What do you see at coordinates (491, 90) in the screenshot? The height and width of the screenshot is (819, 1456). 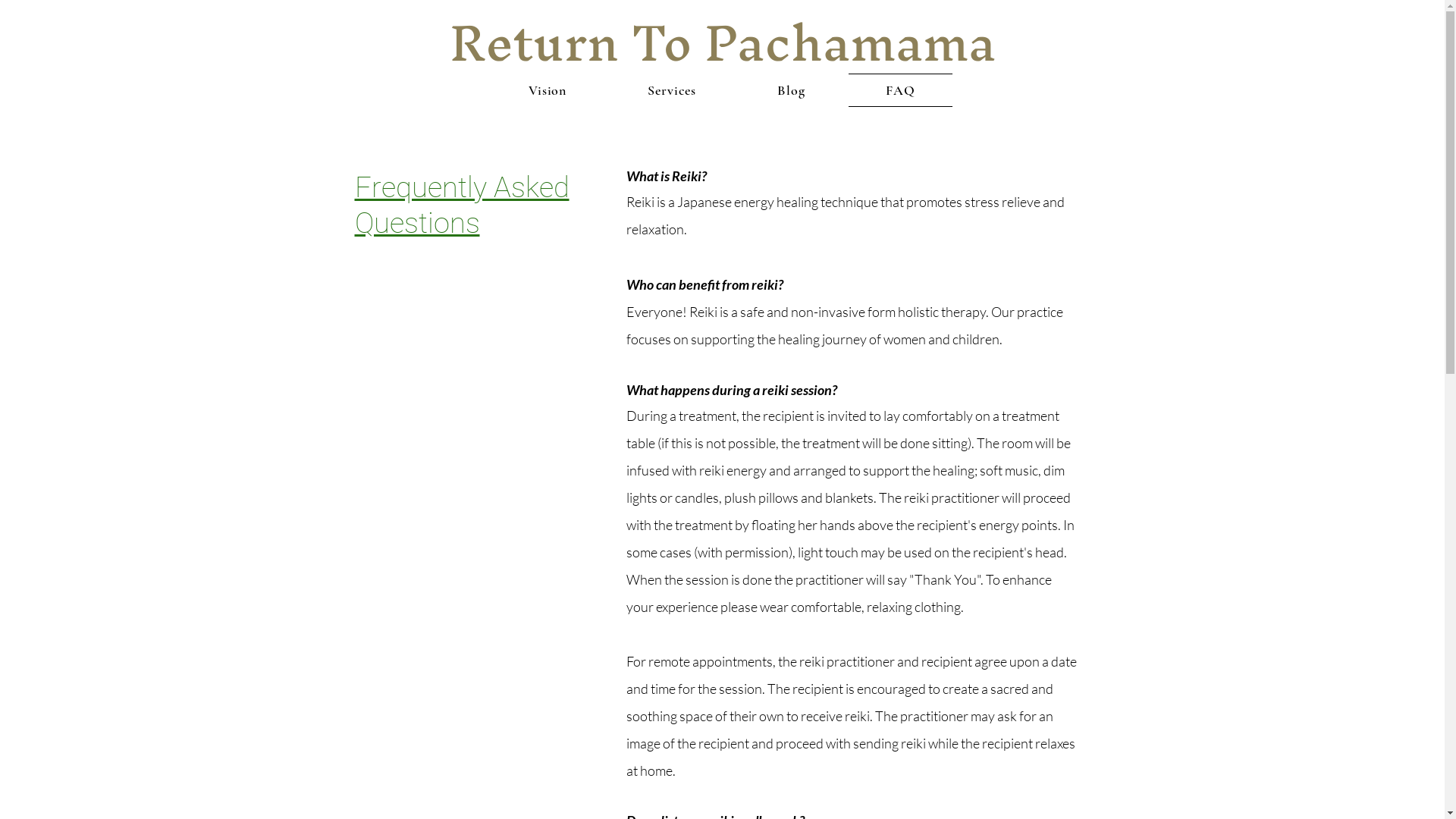 I see `'Vision'` at bounding box center [491, 90].